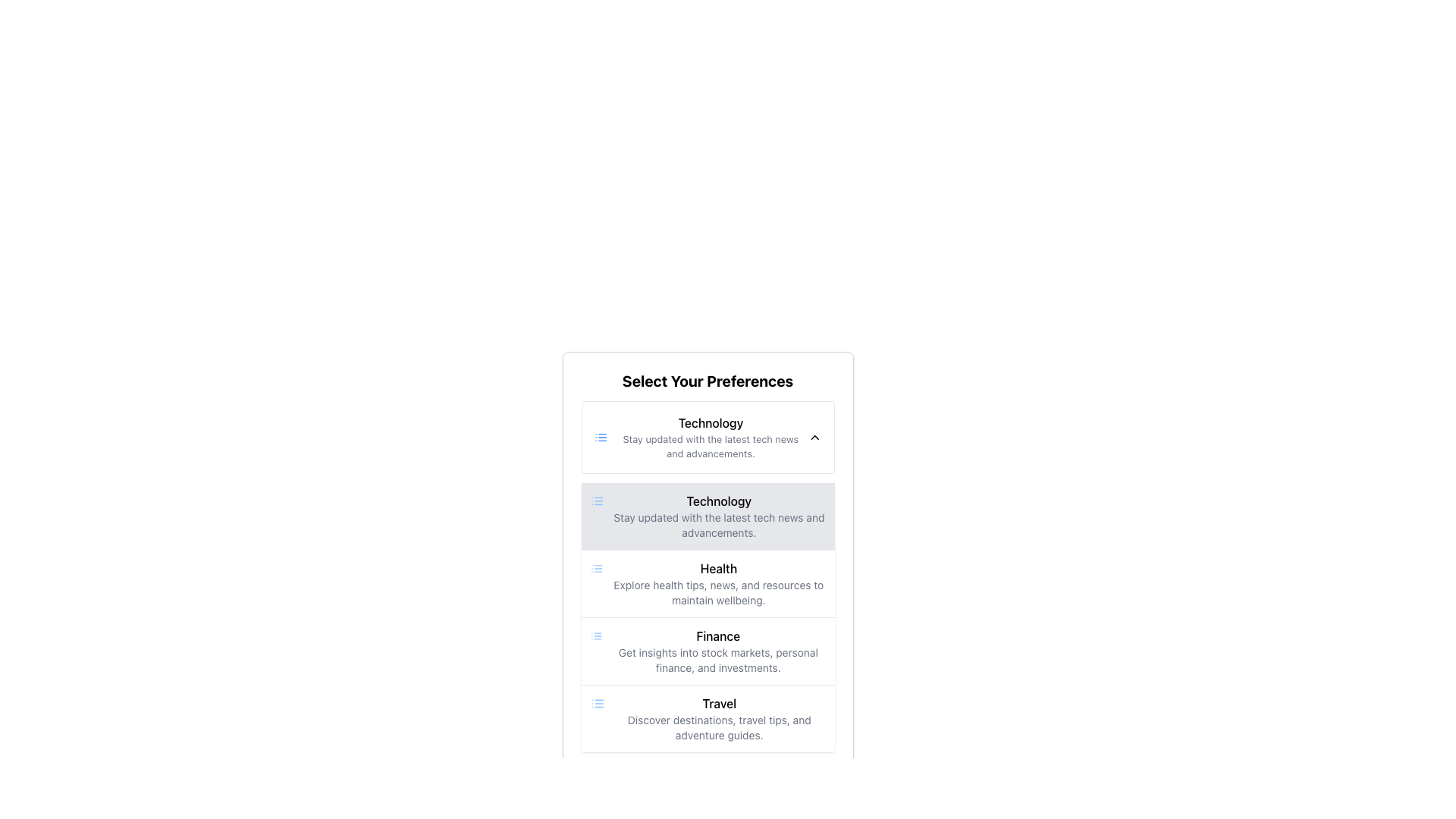 The height and width of the screenshot is (819, 1456). I want to click on the text label reading 'Finance', so click(717, 636).